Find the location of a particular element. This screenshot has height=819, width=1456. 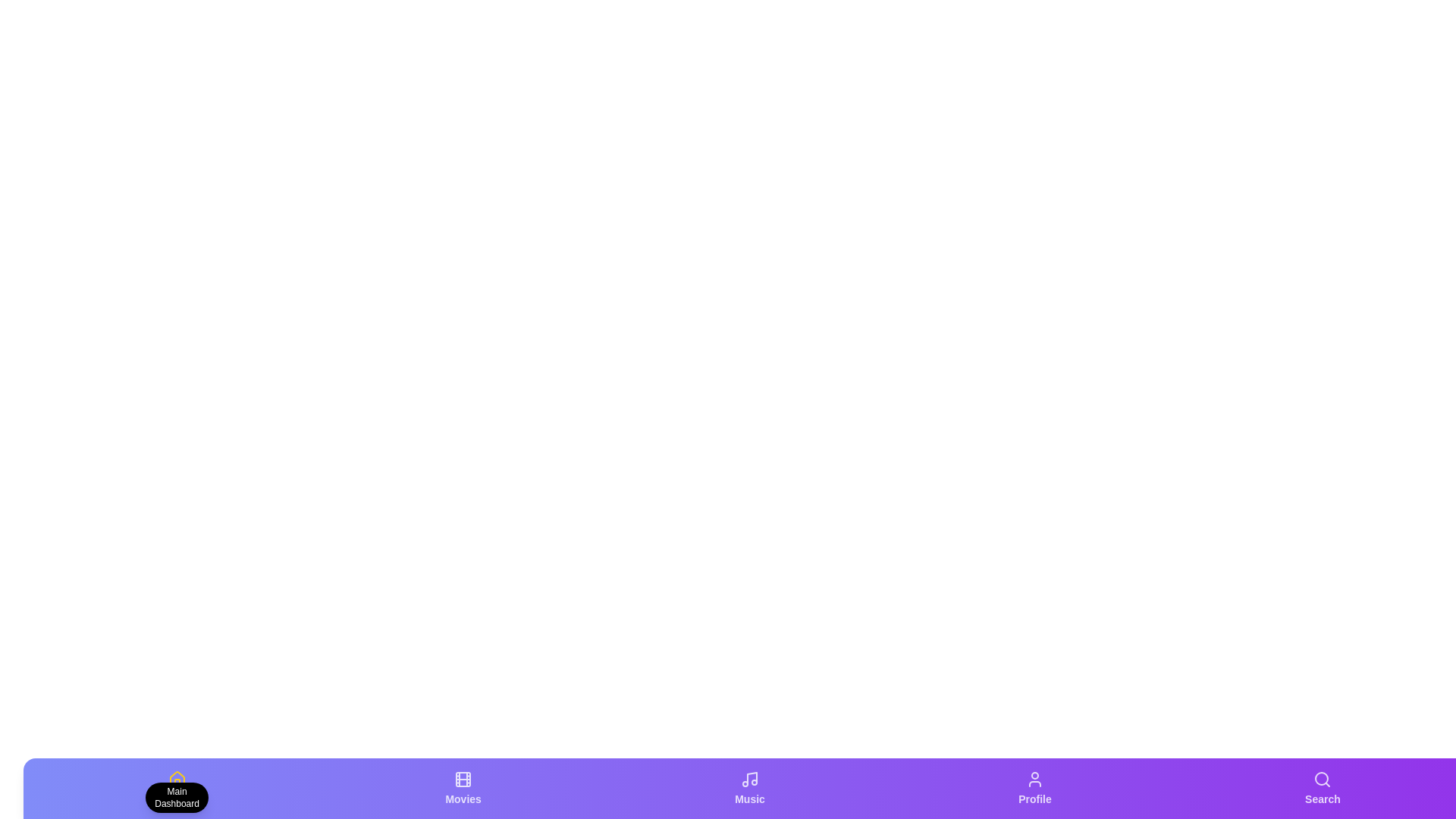

the Movies tab by clicking on it is located at coordinates (462, 788).